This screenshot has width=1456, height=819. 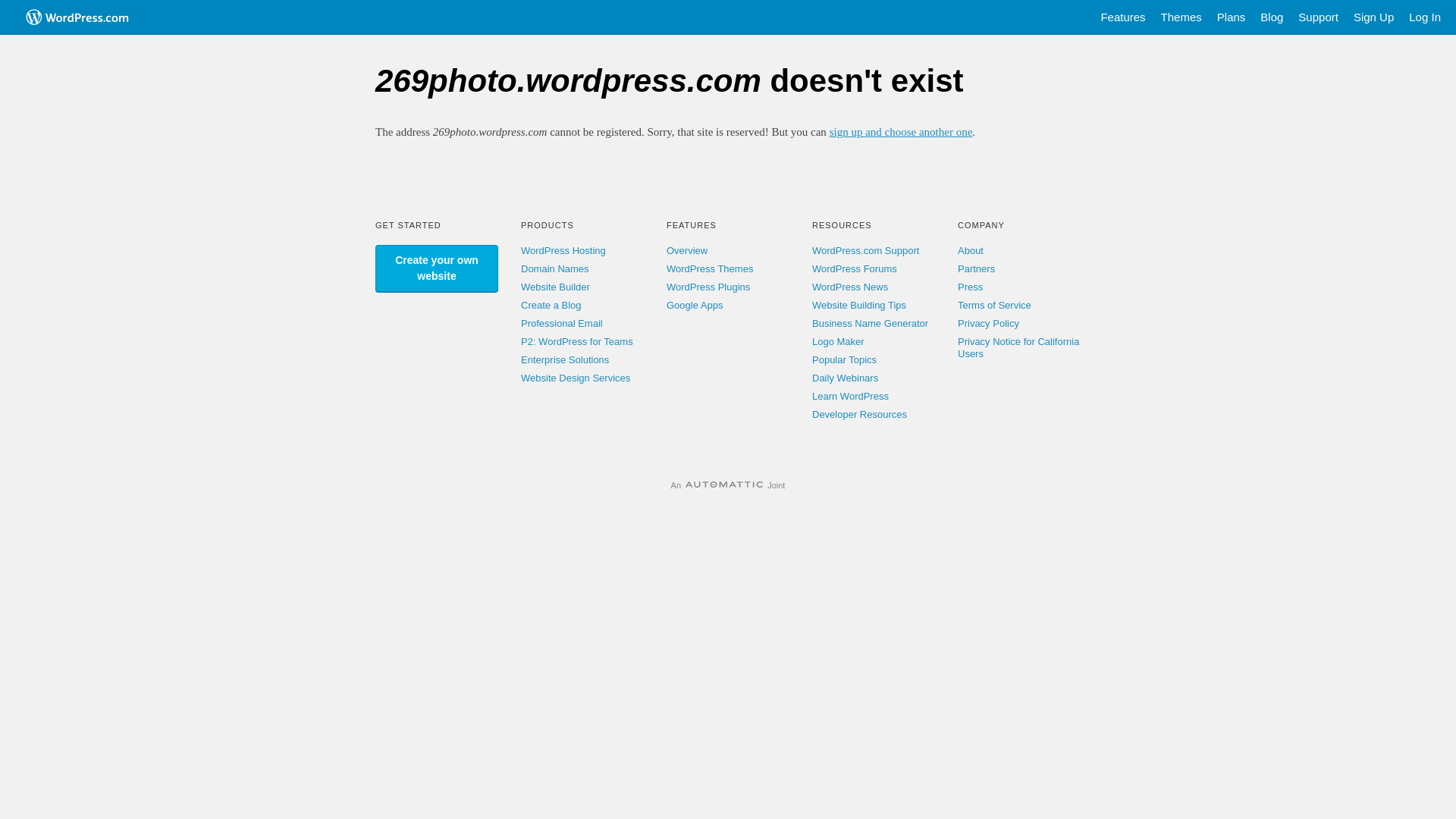 What do you see at coordinates (971, 249) in the screenshot?
I see `'About'` at bounding box center [971, 249].